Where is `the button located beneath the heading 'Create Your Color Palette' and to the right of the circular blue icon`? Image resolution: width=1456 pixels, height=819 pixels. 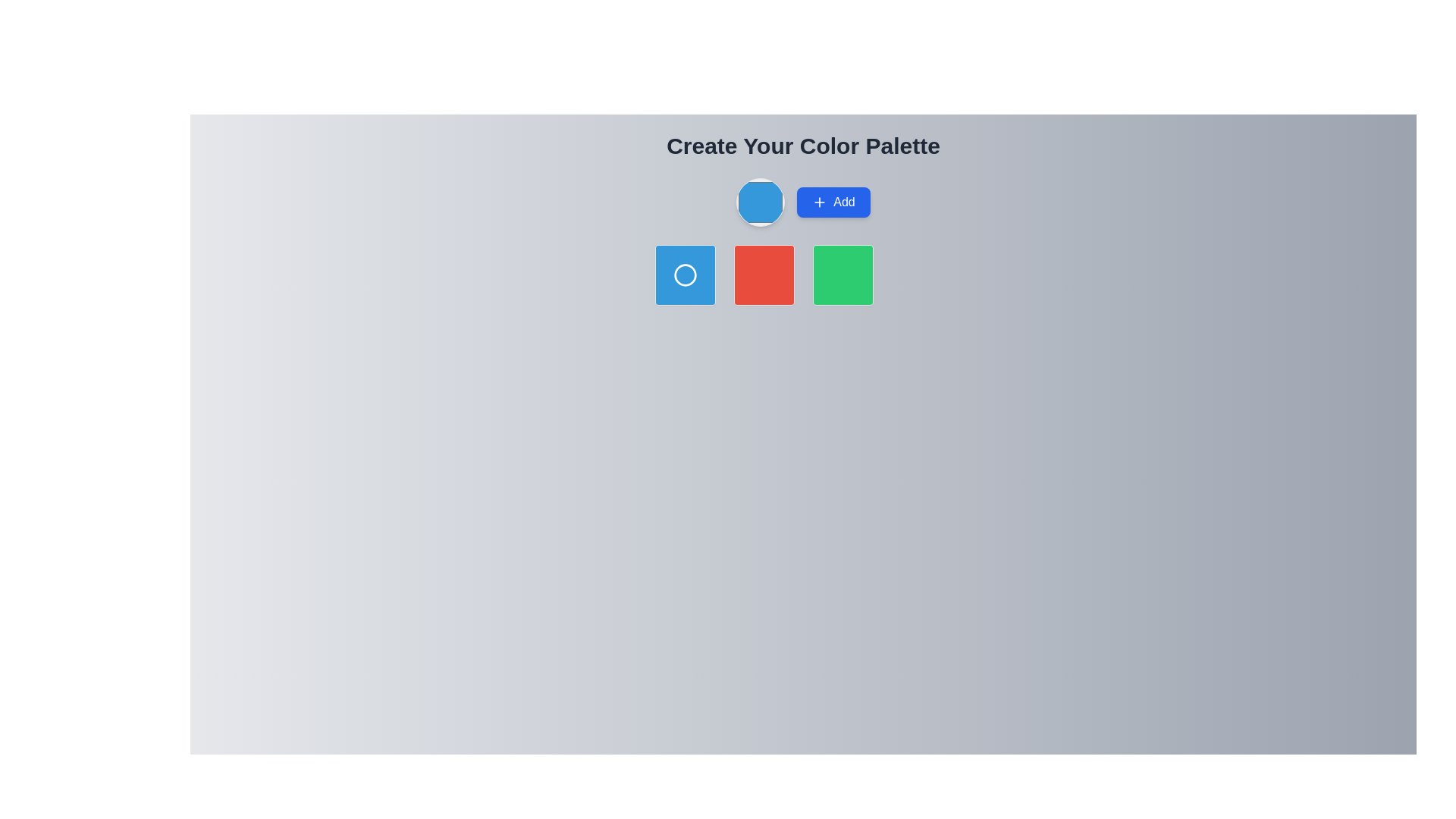 the button located beneath the heading 'Create Your Color Palette' and to the right of the circular blue icon is located at coordinates (802, 201).